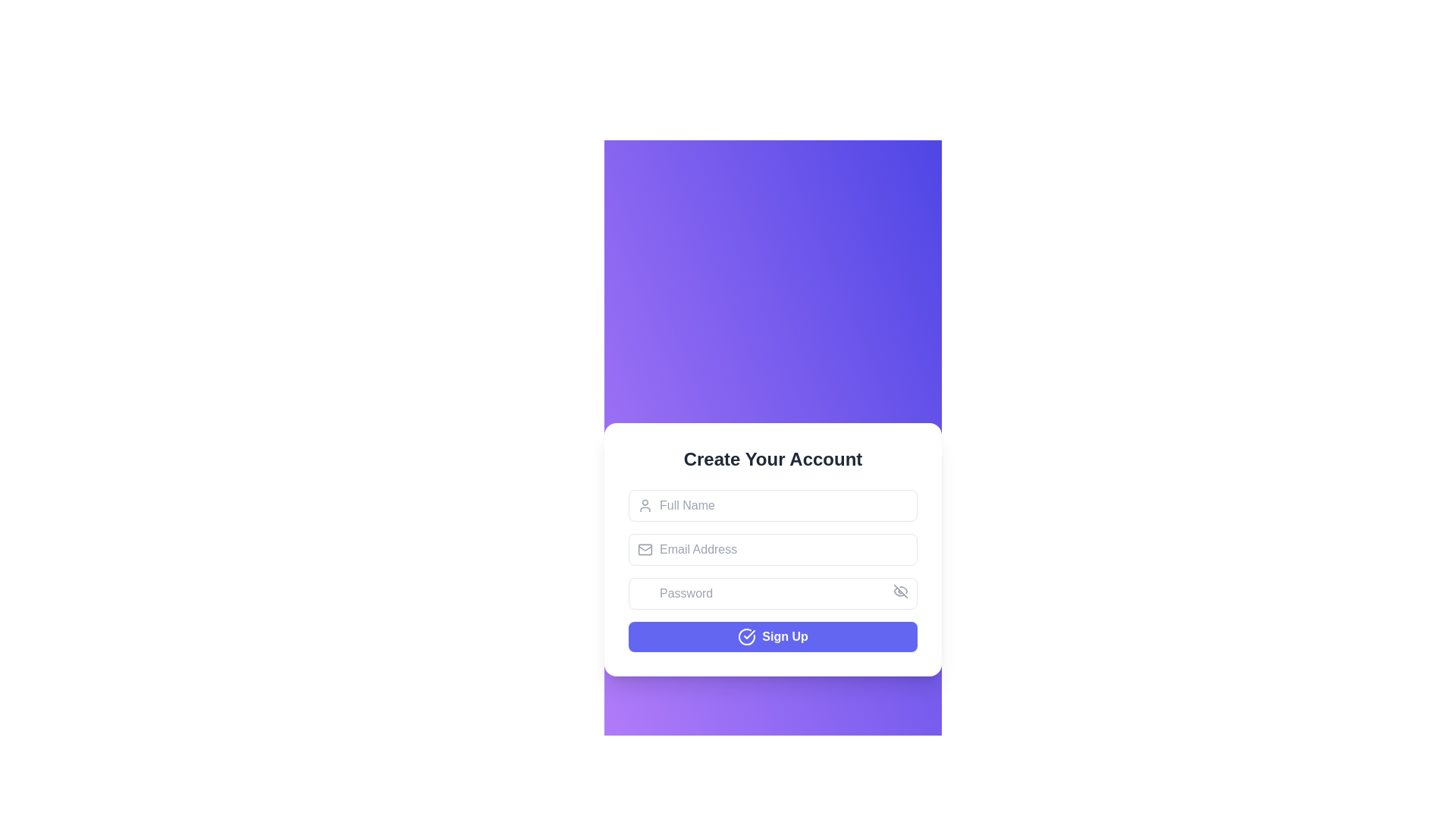  Describe the element at coordinates (747, 637) in the screenshot. I see `the decorative SVG graphic icon located on the left side of the text in the 'Sign Up' button` at that location.